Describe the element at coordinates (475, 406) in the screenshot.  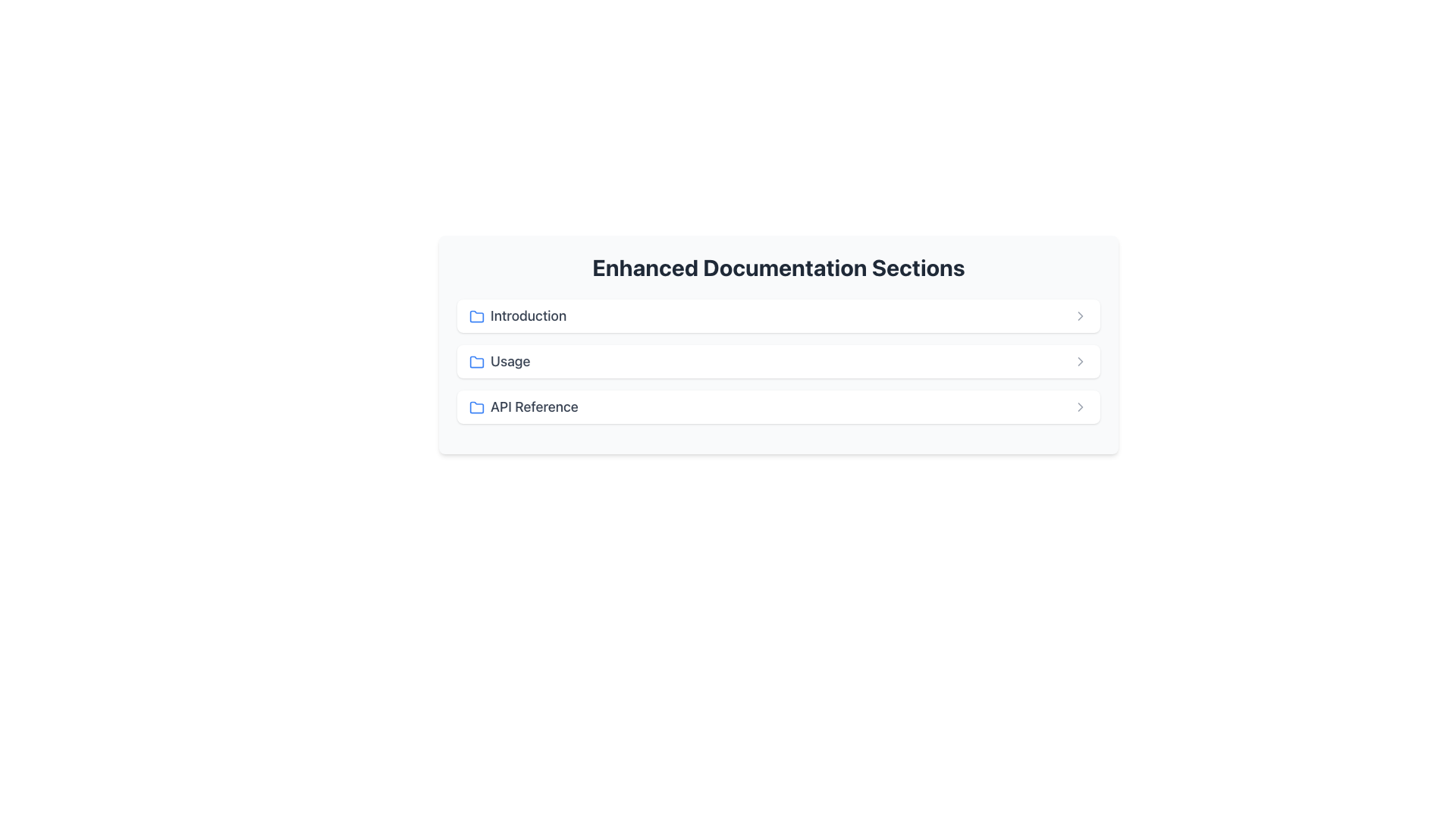
I see `the blue rectangular folder icon located to the left of the textual label 'API Reference', which is the third folder icon in the vertical list` at that location.